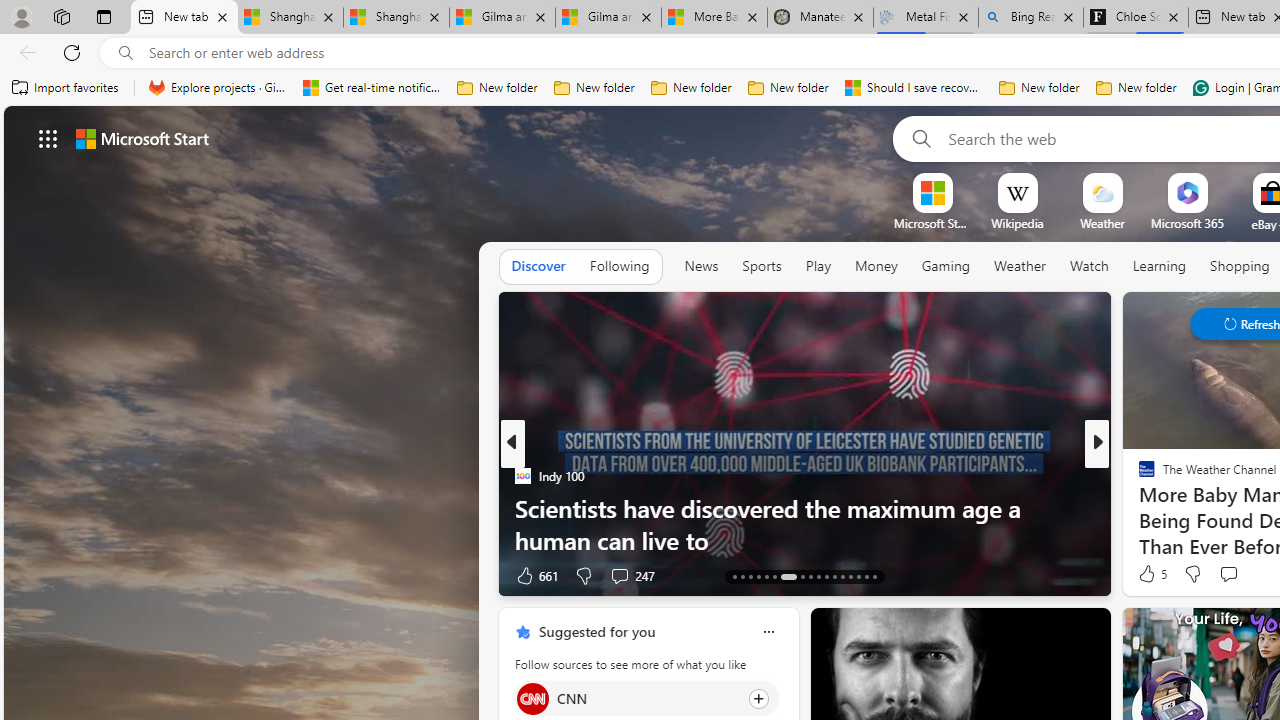 Image resolution: width=1280 pixels, height=720 pixels. I want to click on 'Learning', so click(1159, 266).